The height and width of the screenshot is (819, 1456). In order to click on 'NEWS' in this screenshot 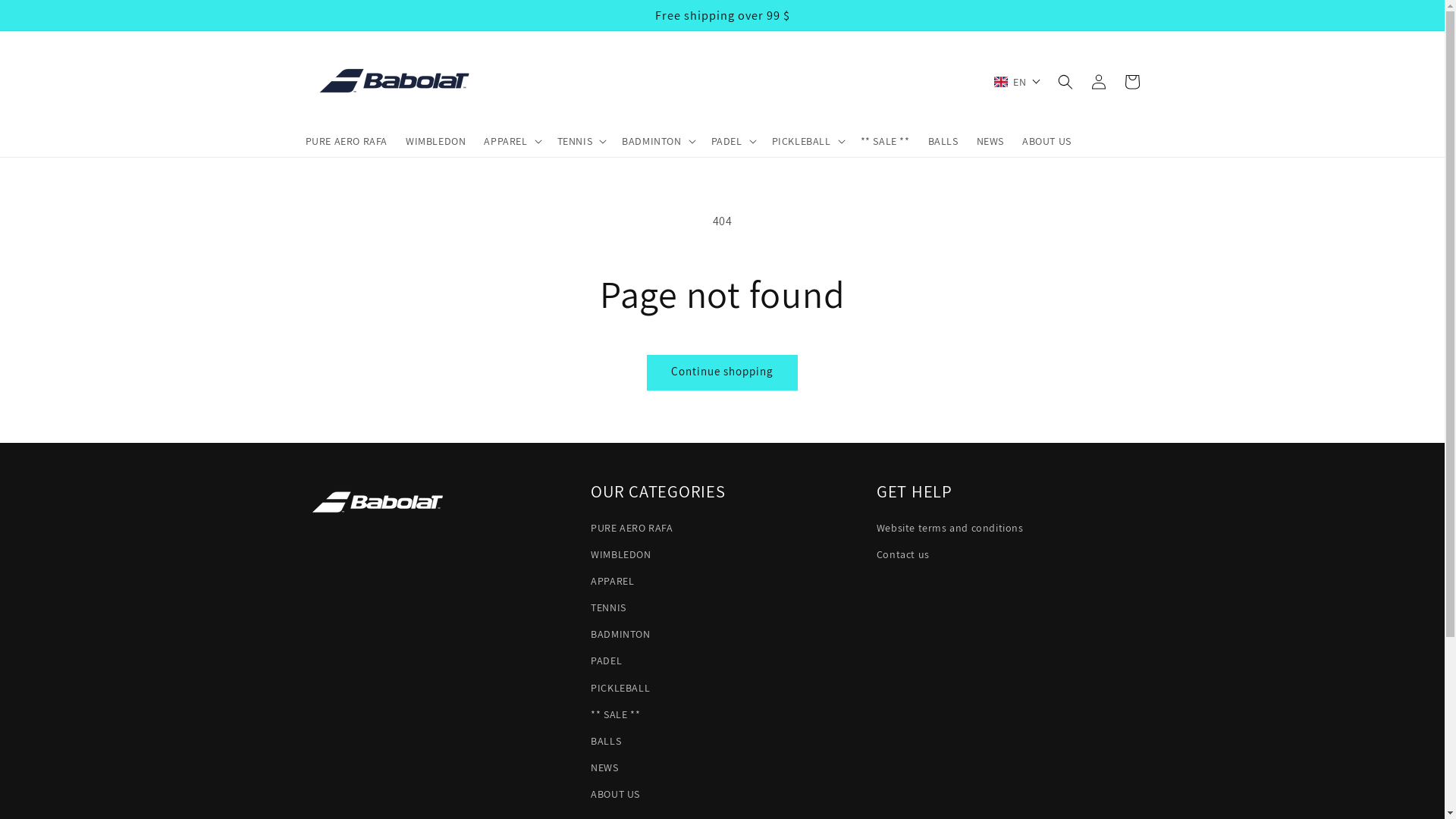, I will do `click(603, 767)`.